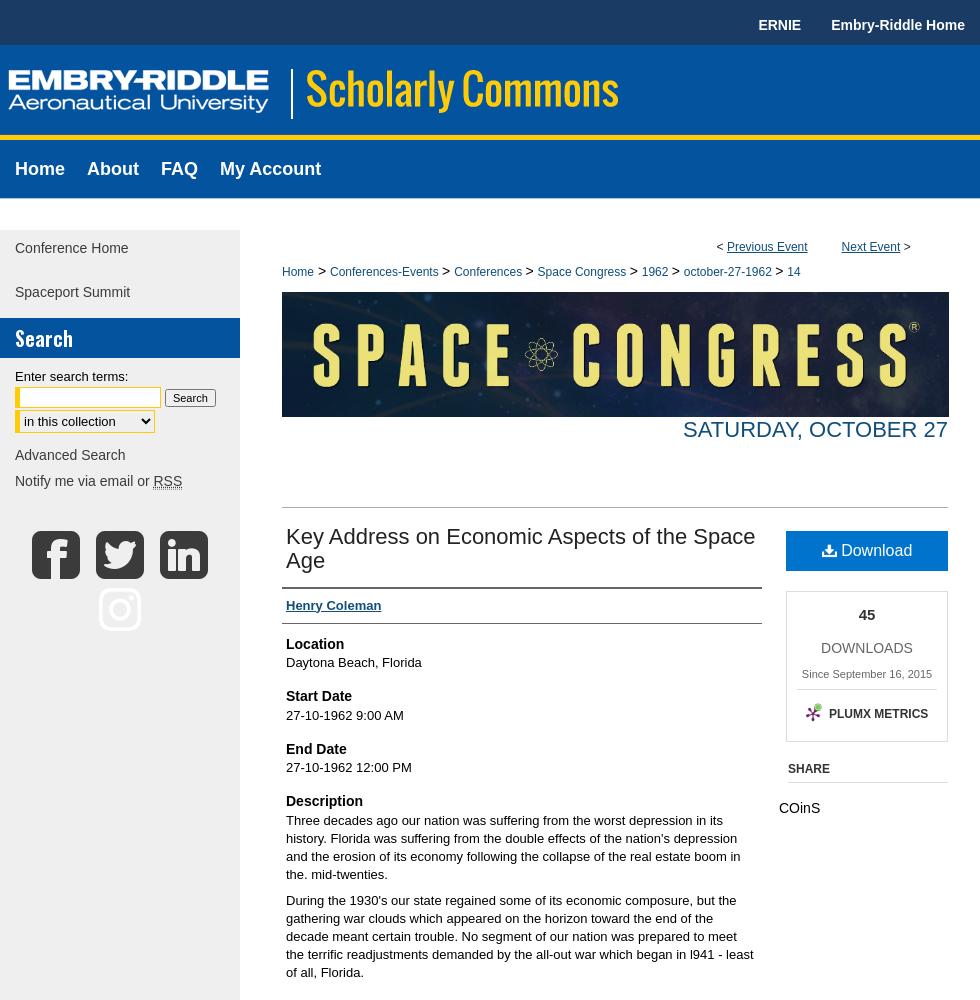  I want to click on 'COinS', so click(779, 807).